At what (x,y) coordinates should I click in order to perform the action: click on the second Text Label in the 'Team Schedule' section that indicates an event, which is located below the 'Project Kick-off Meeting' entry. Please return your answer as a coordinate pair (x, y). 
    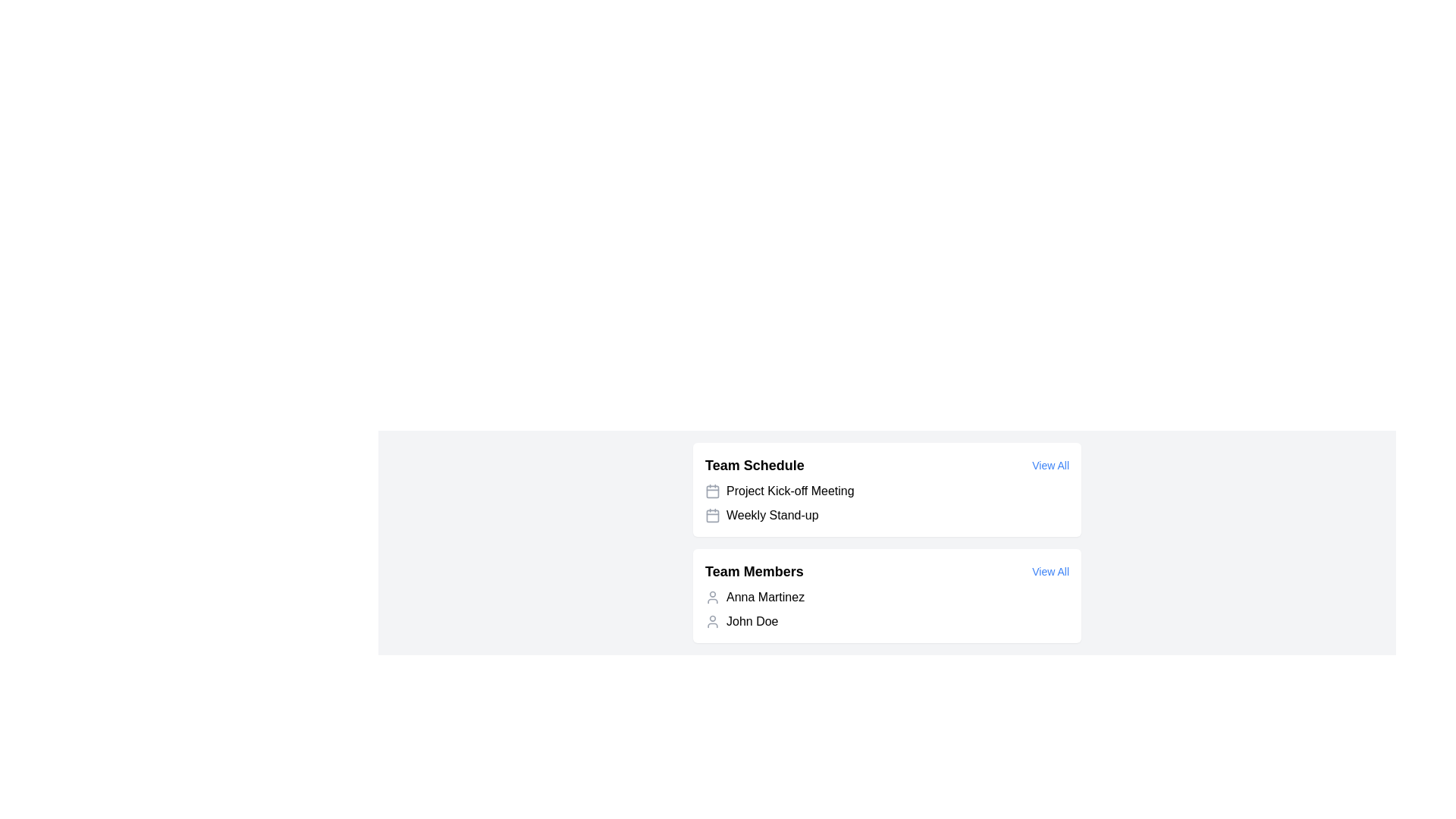
    Looking at the image, I should click on (772, 514).